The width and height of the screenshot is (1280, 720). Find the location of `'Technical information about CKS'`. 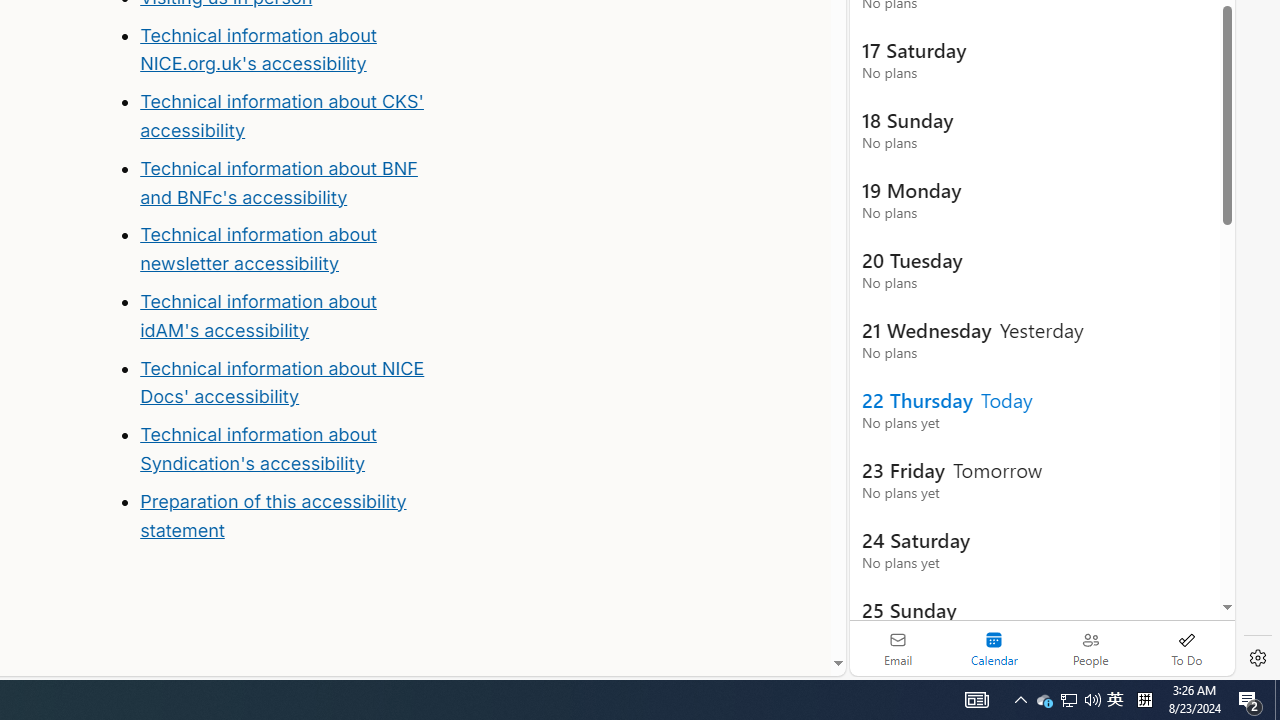

'Technical information about CKS' is located at coordinates (280, 116).